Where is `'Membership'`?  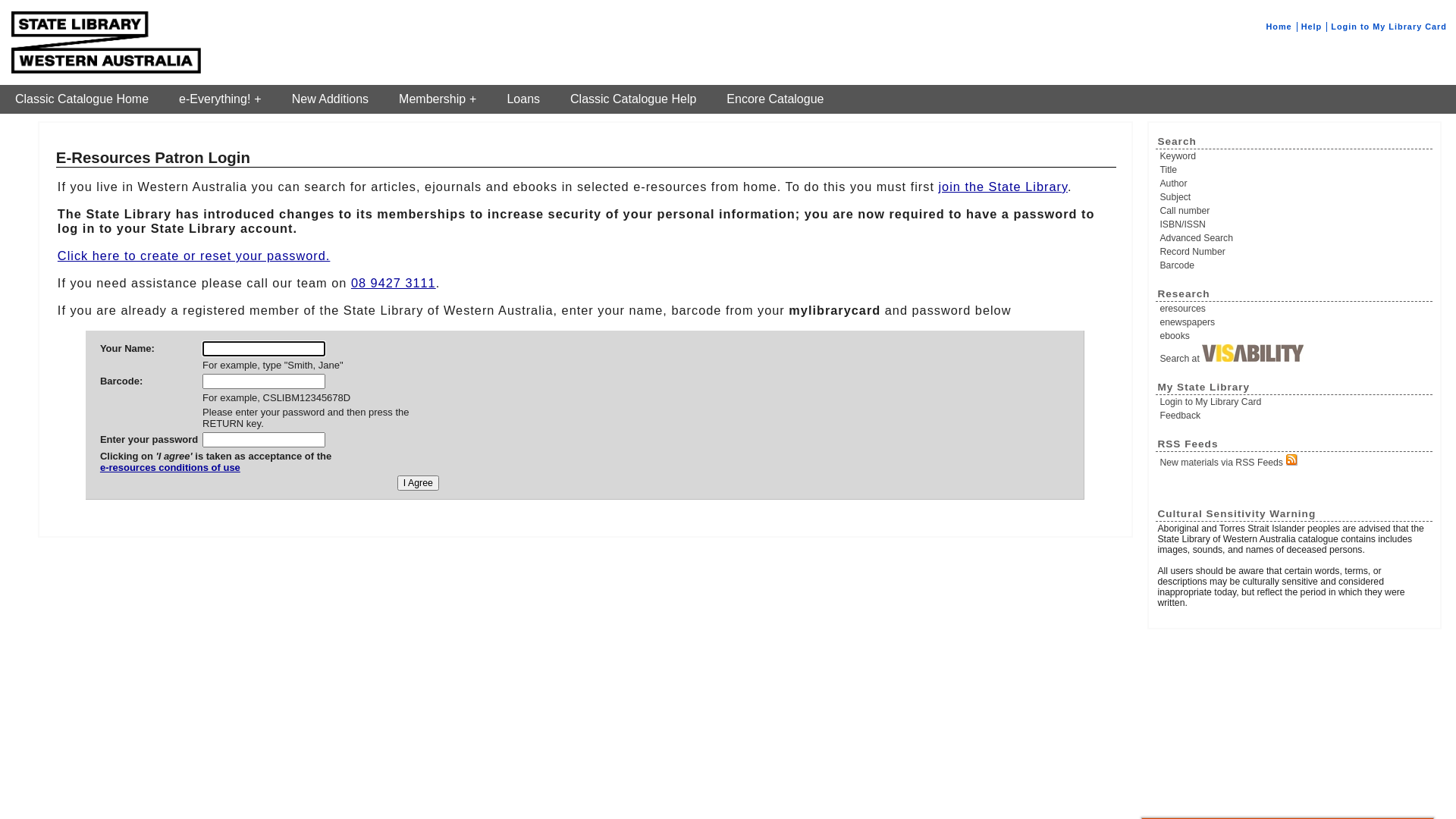 'Membership' is located at coordinates (436, 99).